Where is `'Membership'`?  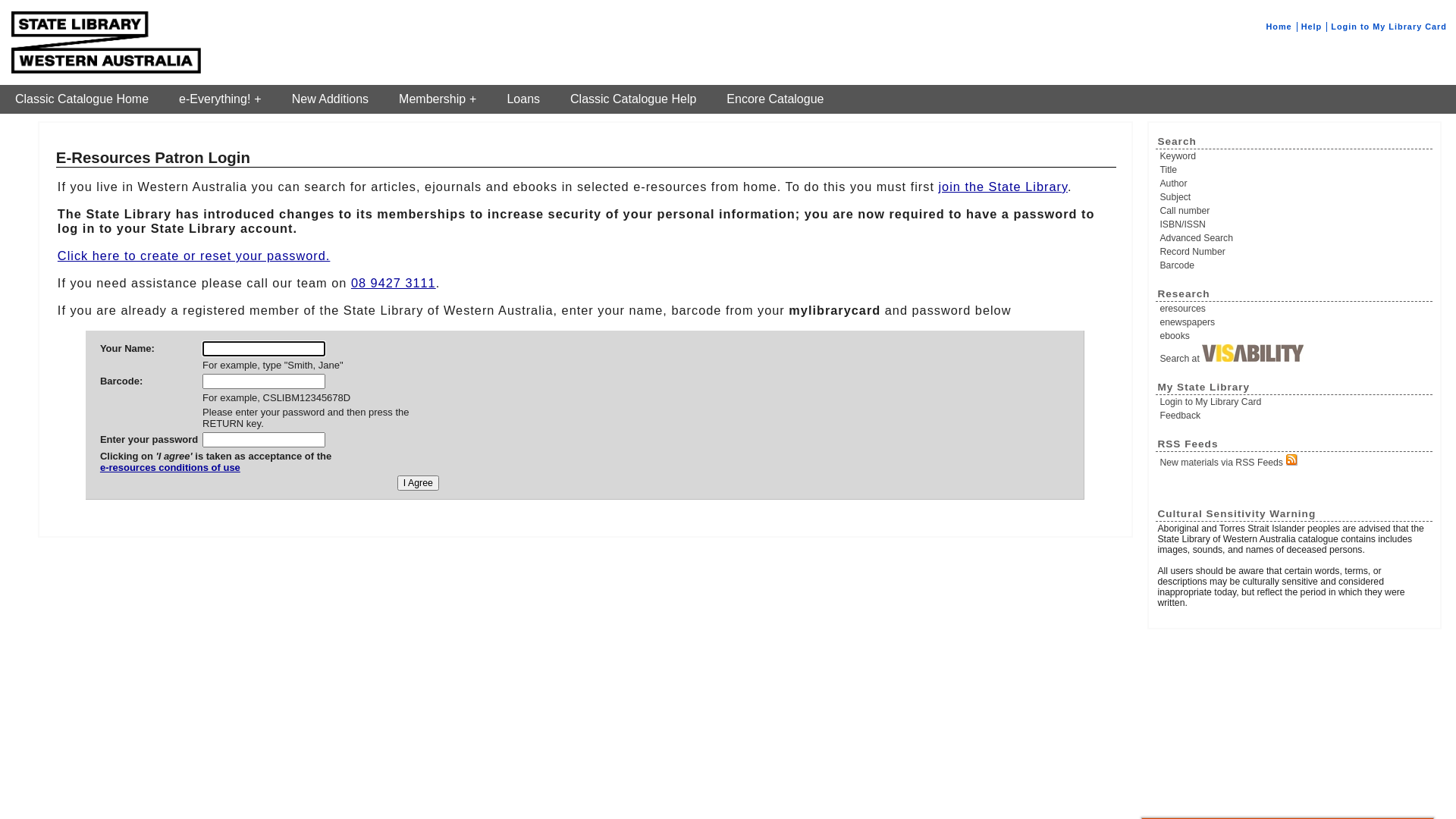 'Membership' is located at coordinates (436, 99).